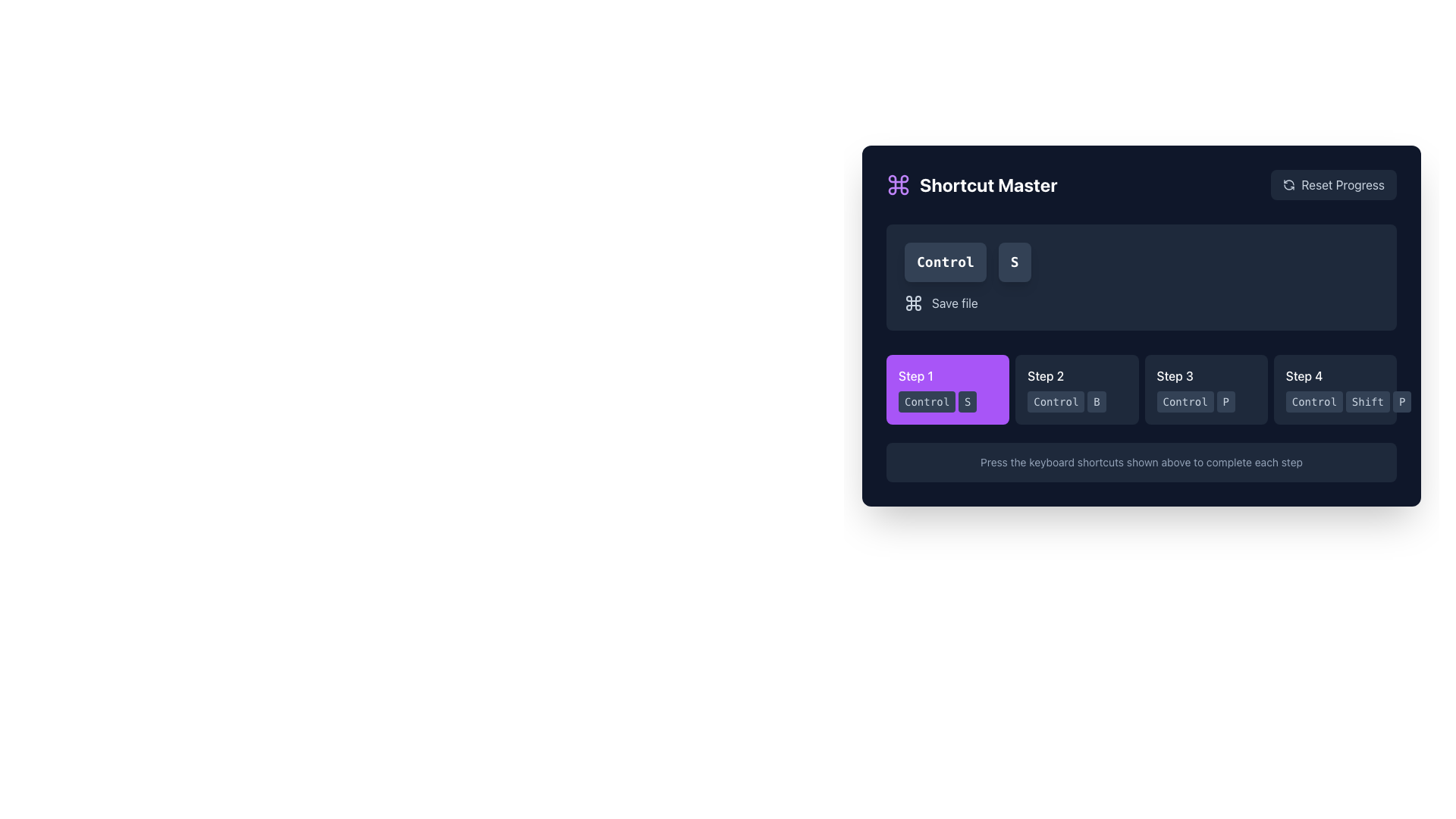 This screenshot has width=1456, height=819. I want to click on the buttons associated with Step 4 in the step guide, which is located at the bottom-right corner of the grid layout, so click(1335, 388).